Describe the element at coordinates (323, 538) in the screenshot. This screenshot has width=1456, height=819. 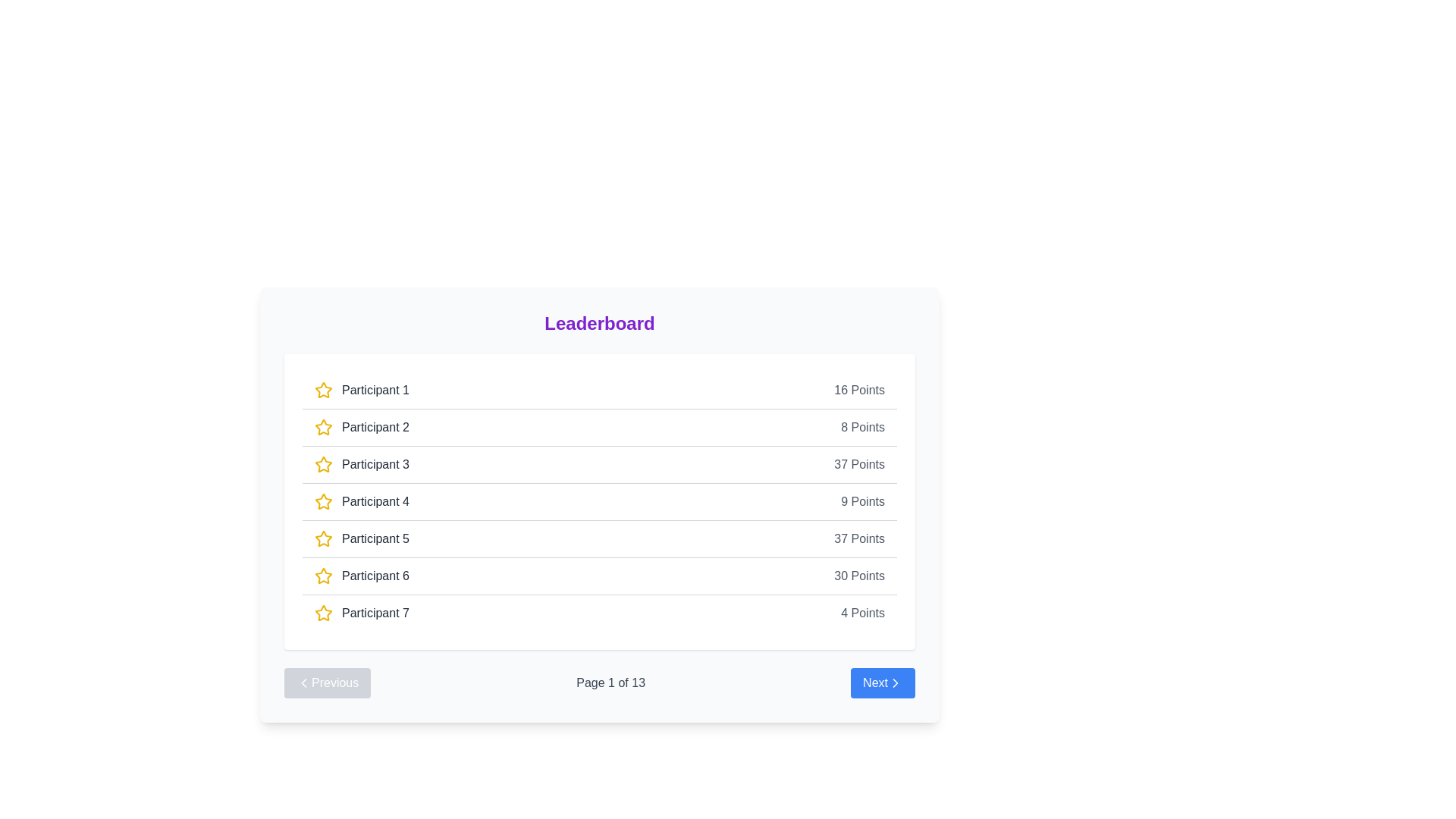
I see `the icon that denotes a rating or selection mechanism, located to the left of the text label 'Participant 5' in the fifth row of the leaderboard` at that location.